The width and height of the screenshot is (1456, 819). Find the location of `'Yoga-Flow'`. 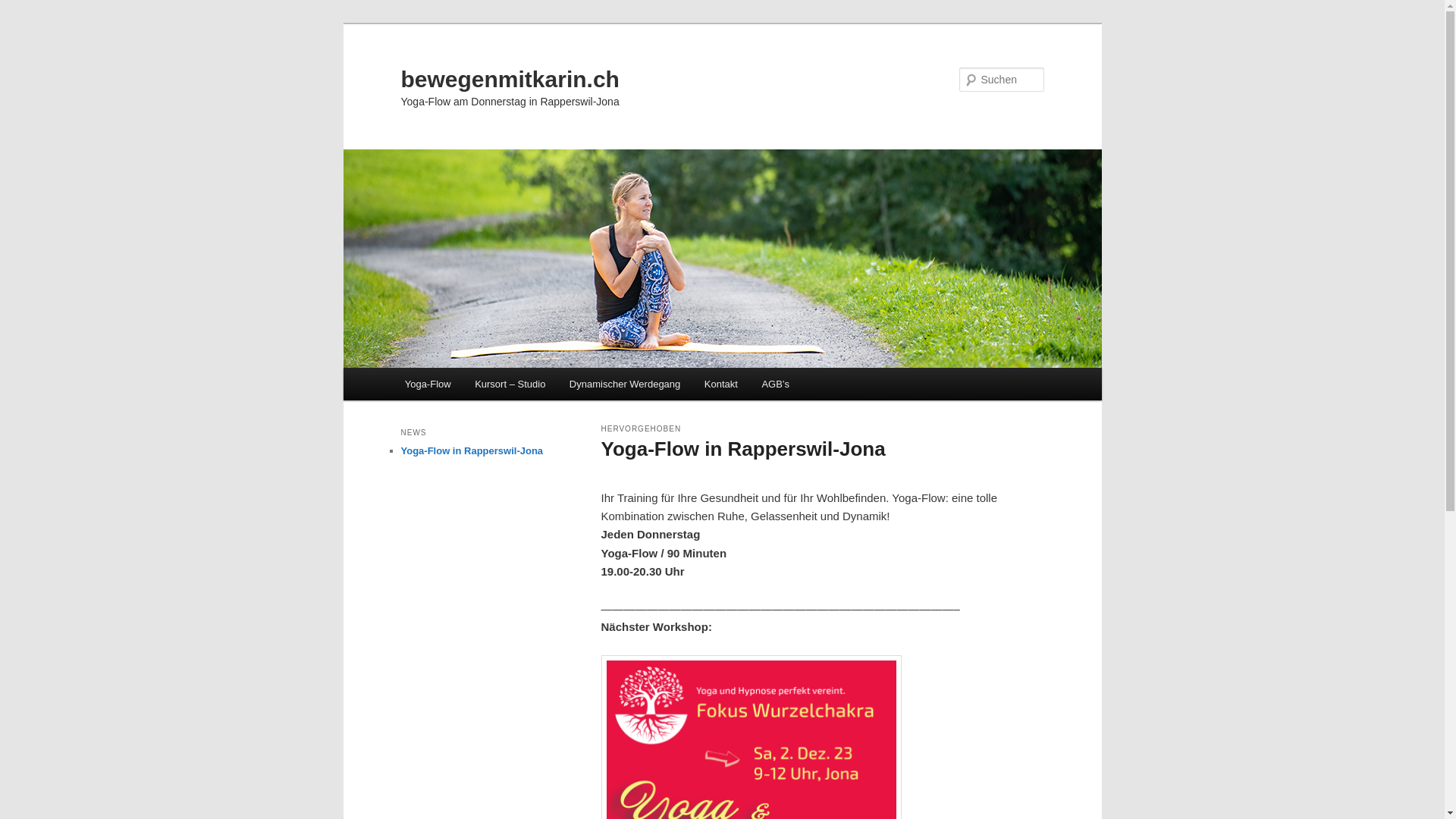

'Yoga-Flow' is located at coordinates (426, 383).